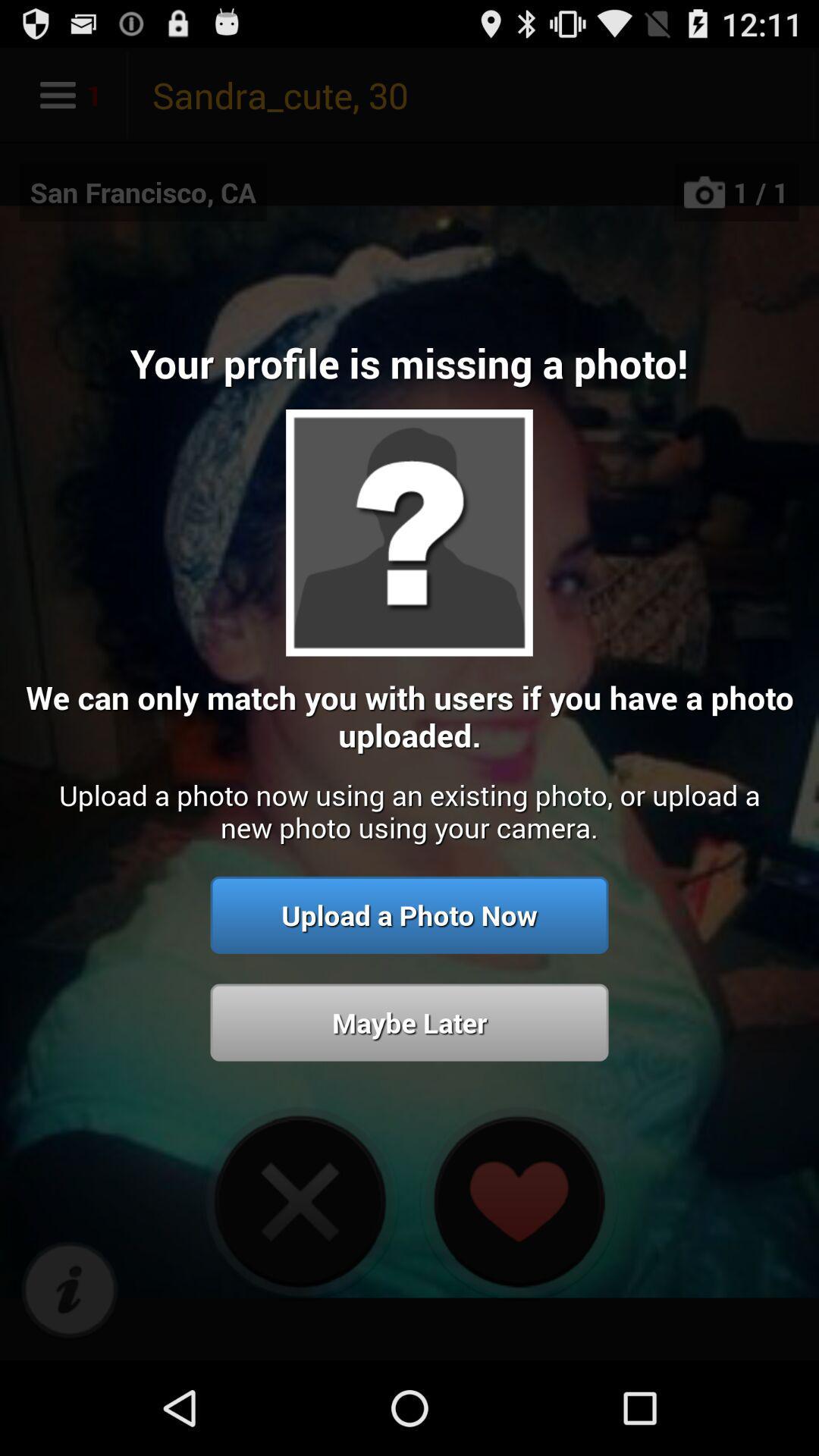  What do you see at coordinates (69, 1290) in the screenshot?
I see `the icon at the bottom left corner` at bounding box center [69, 1290].